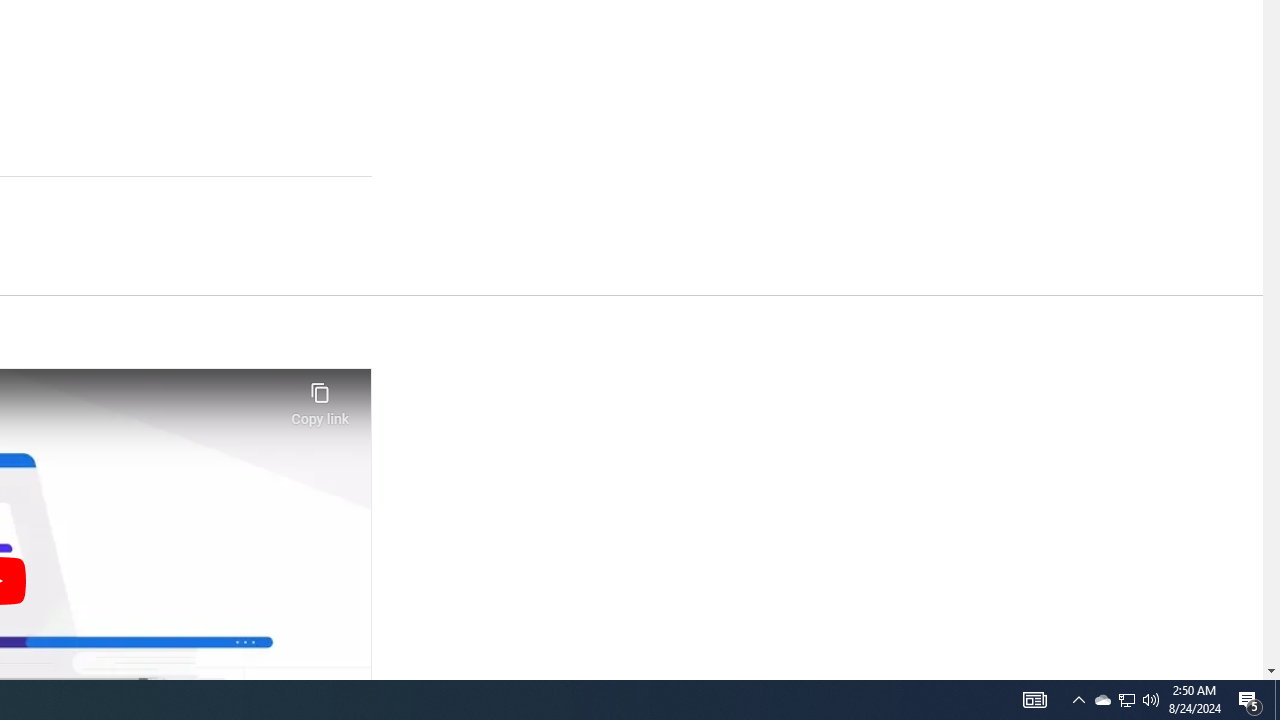 The height and width of the screenshot is (720, 1280). I want to click on 'Copy link', so click(320, 398).